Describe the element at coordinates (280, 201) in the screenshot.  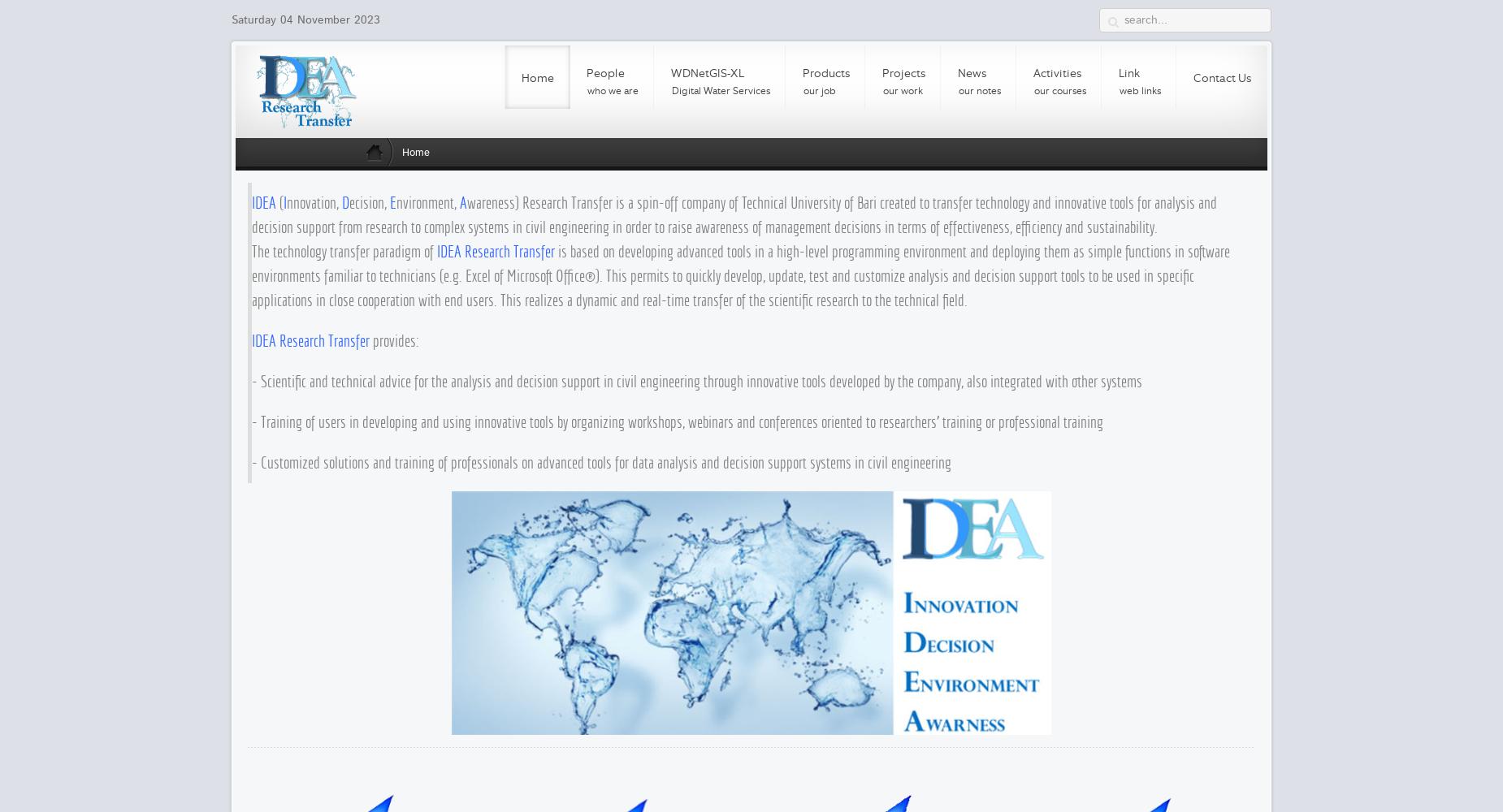
I see `'('` at that location.